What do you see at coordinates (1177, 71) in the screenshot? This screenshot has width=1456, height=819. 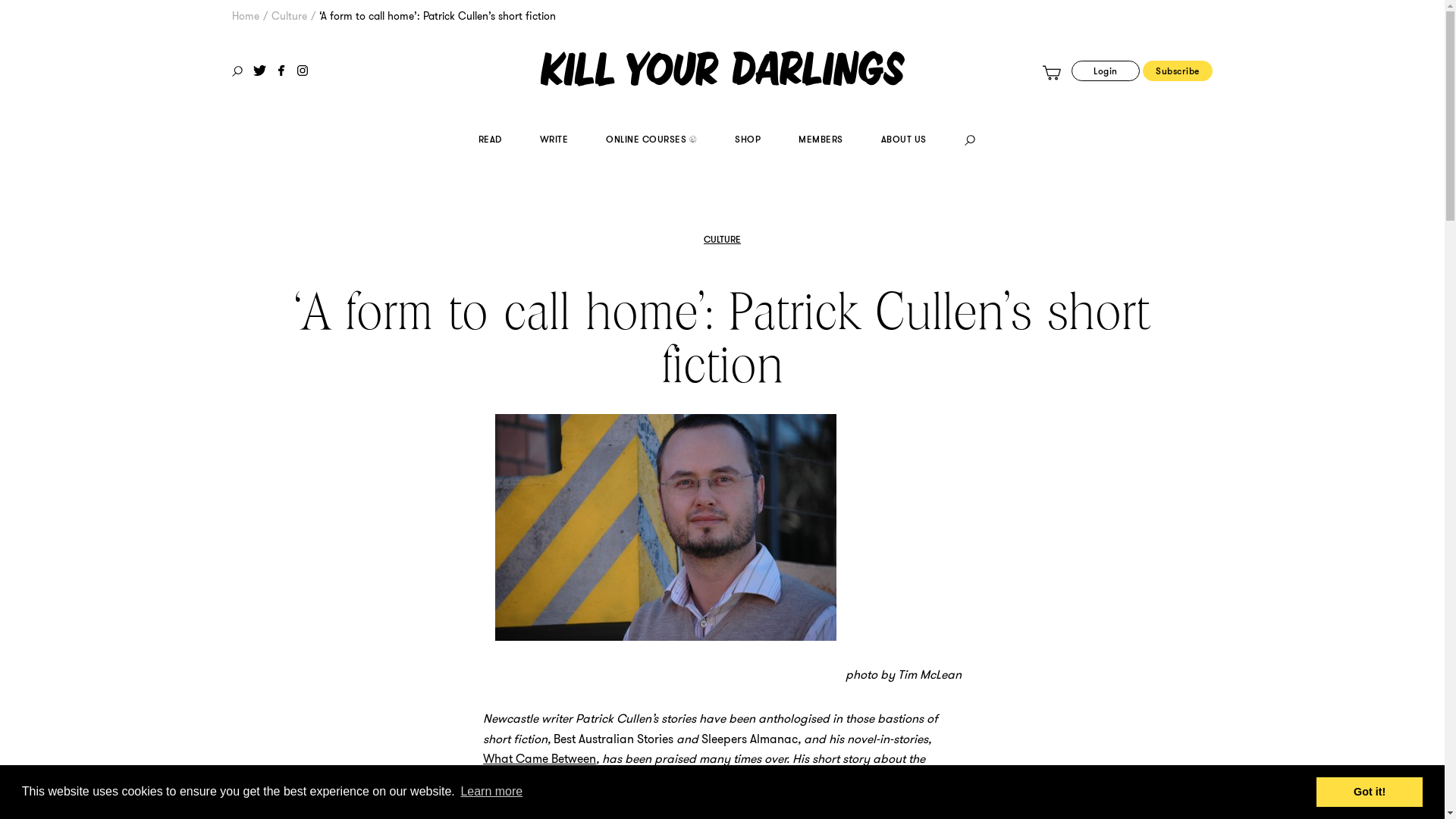 I see `'Subscribe'` at bounding box center [1177, 71].